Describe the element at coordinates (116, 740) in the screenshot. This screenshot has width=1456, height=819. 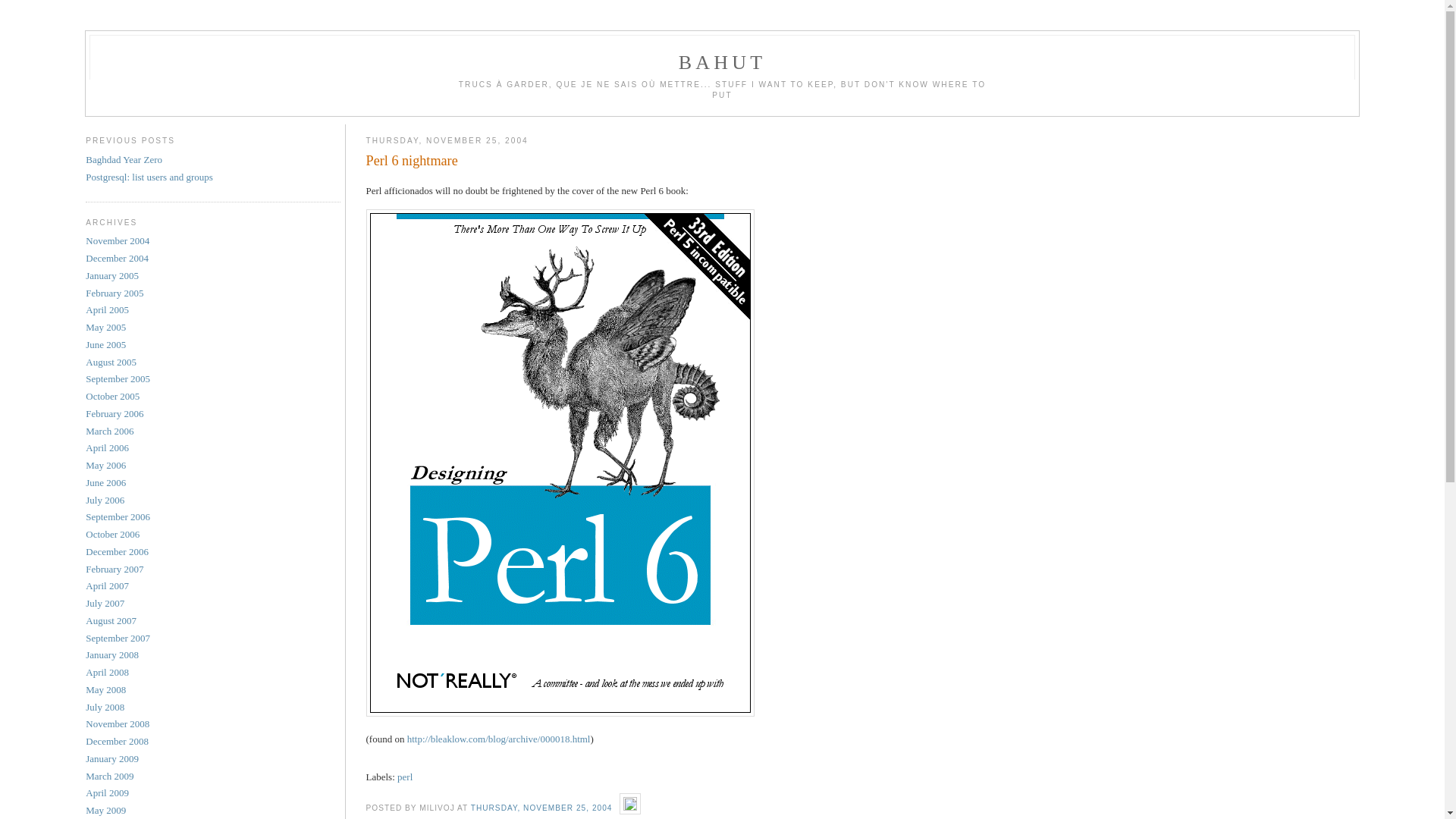
I see `'December 2008'` at that location.